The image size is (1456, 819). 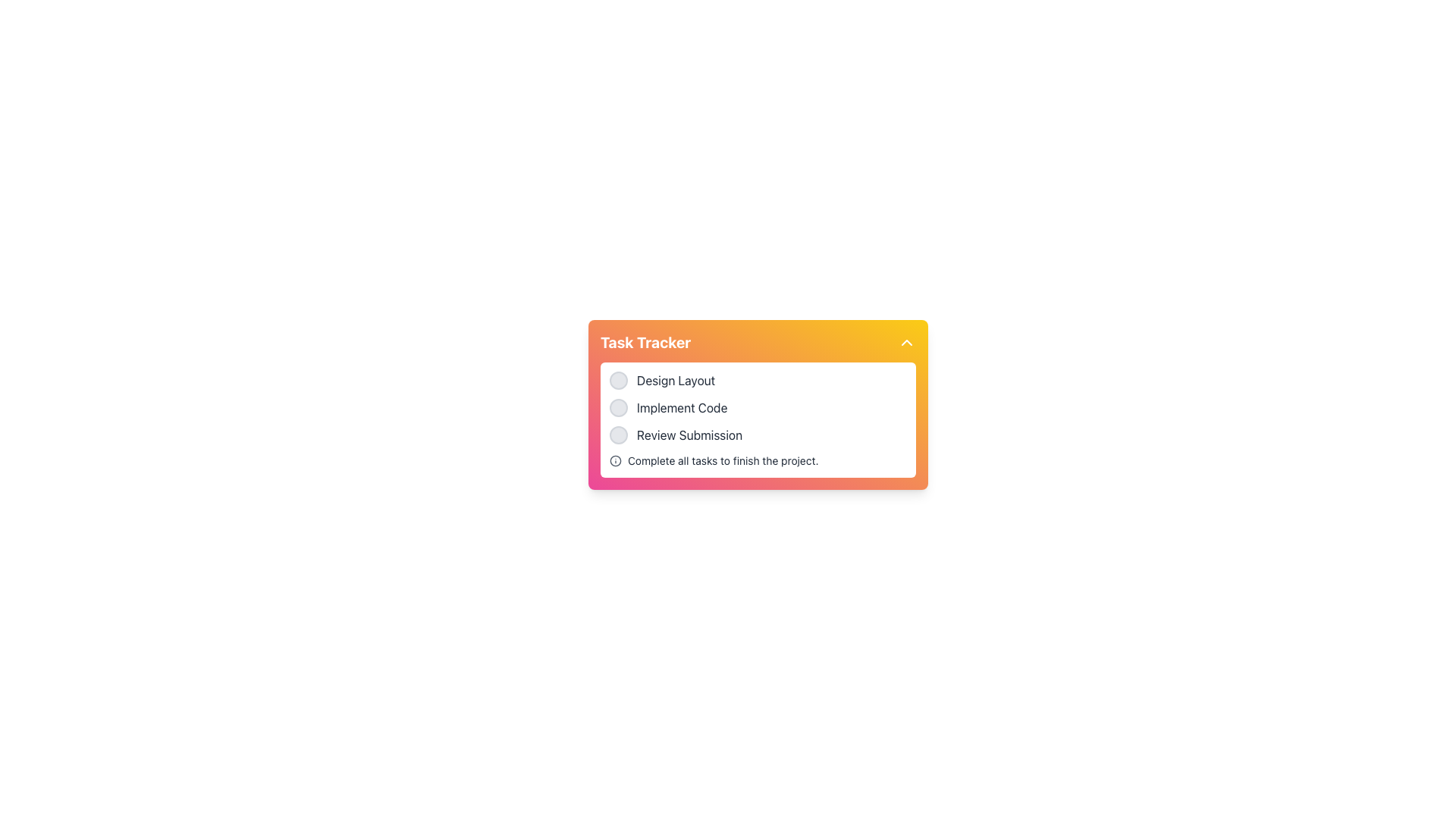 What do you see at coordinates (615, 460) in the screenshot?
I see `the informational icon located to the left of the text 'Complete all tasks` at bounding box center [615, 460].